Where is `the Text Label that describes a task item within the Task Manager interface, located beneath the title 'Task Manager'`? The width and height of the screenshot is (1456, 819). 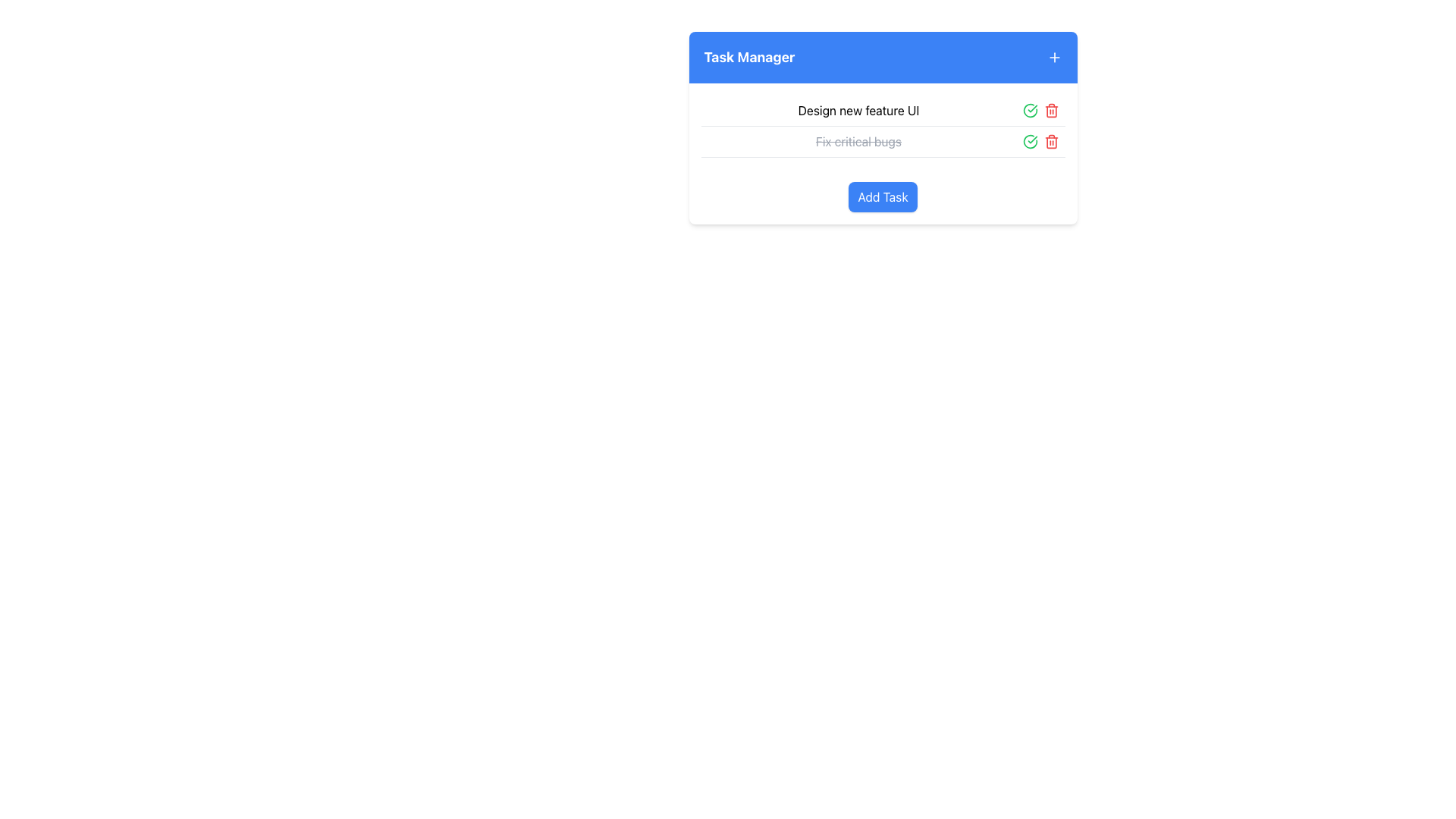
the Text Label that describes a task item within the Task Manager interface, located beneath the title 'Task Manager' is located at coordinates (858, 110).